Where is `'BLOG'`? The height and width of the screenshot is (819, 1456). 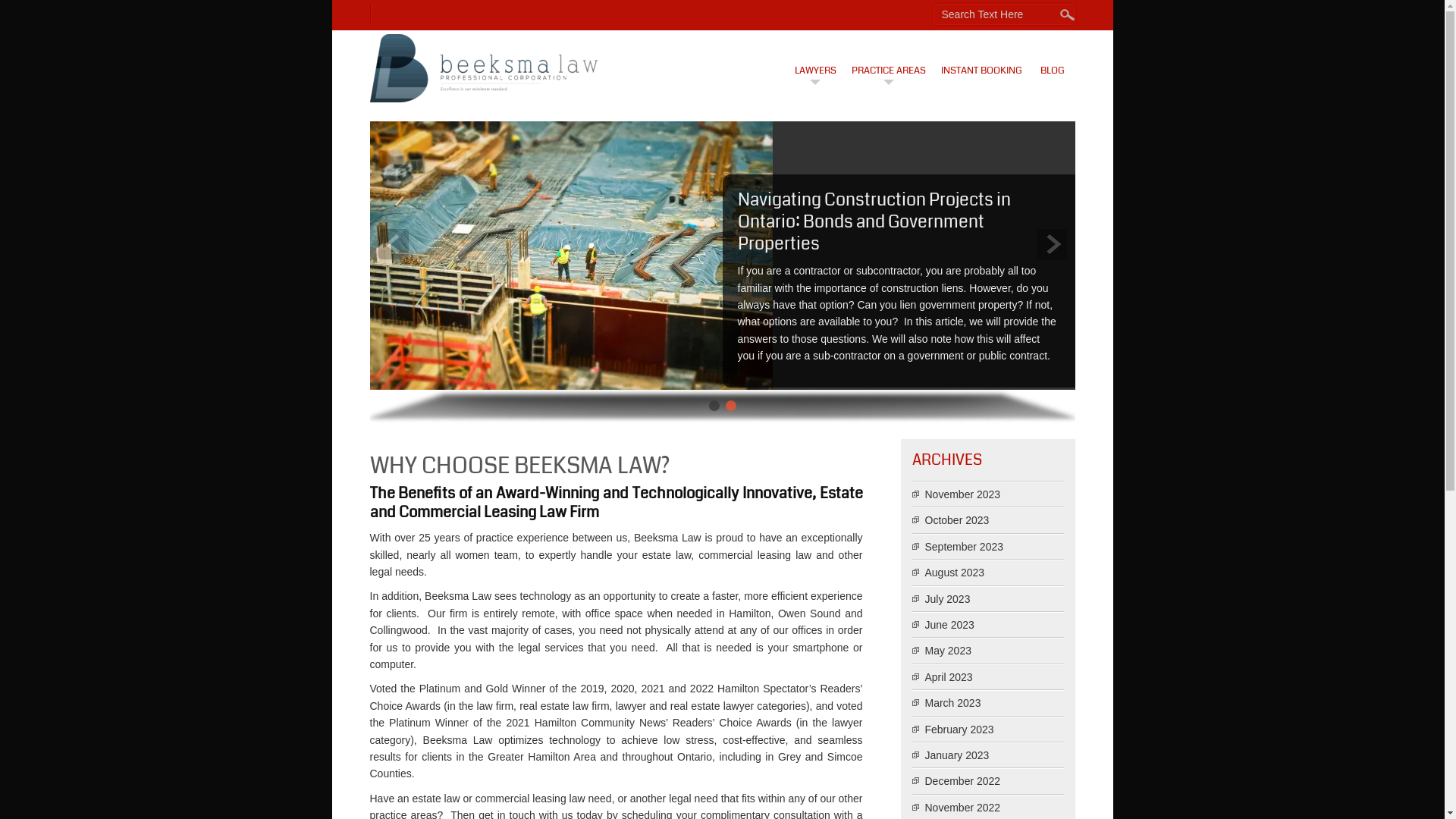
'BLOG' is located at coordinates (1031, 60).